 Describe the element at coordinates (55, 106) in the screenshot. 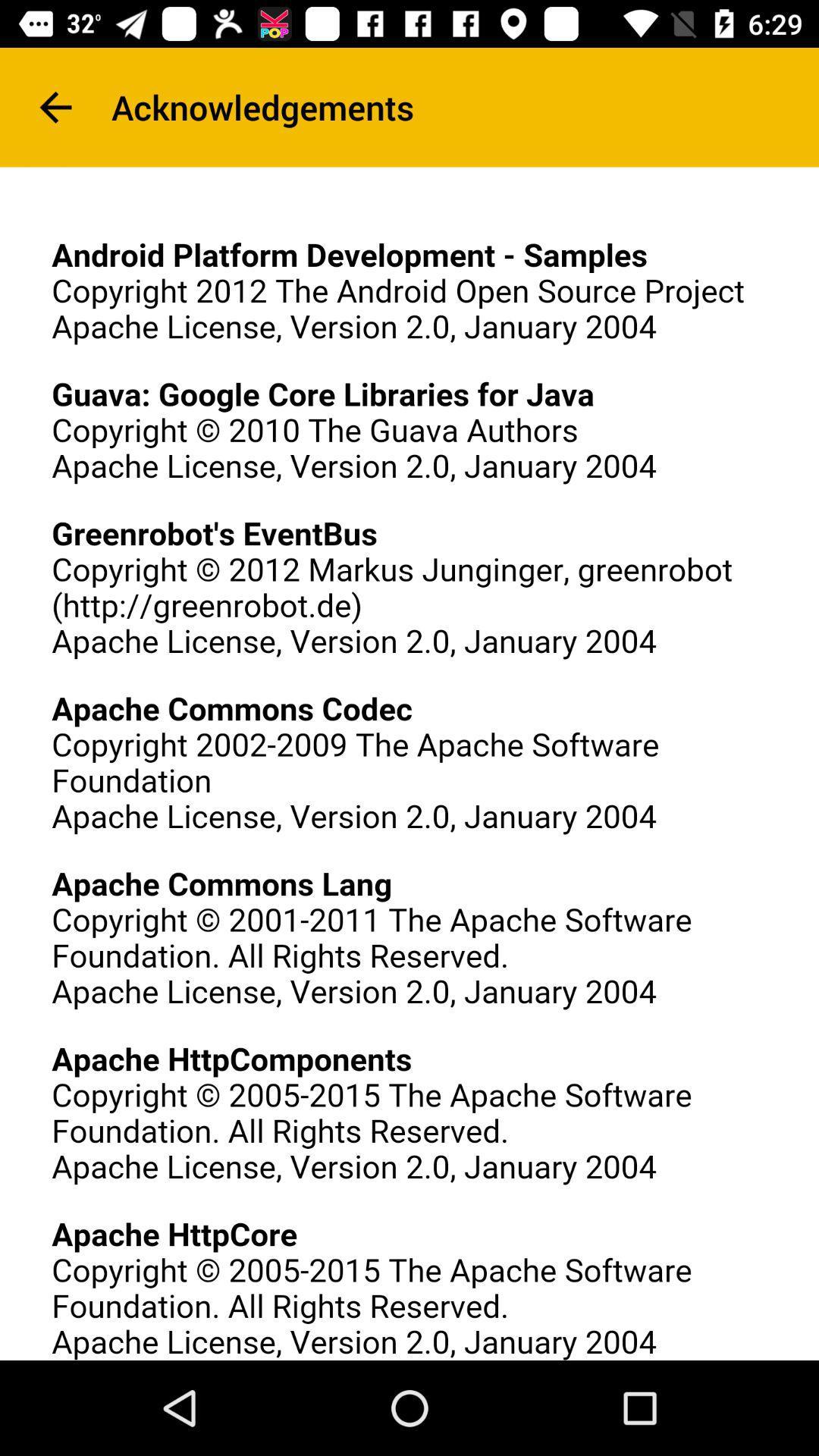

I see `icon at the top left corner` at that location.